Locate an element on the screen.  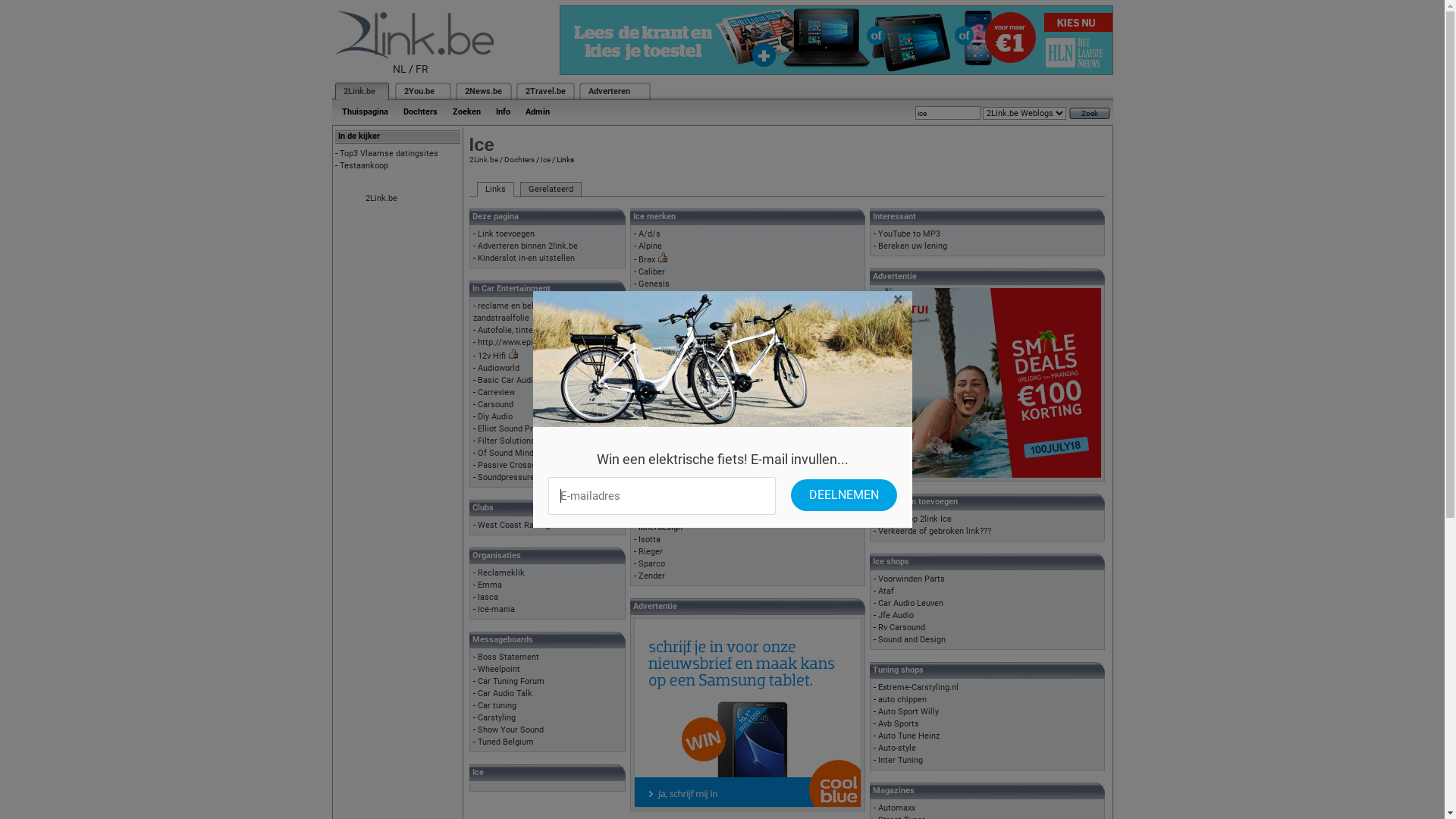
'2You.be' is located at coordinates (419, 91).